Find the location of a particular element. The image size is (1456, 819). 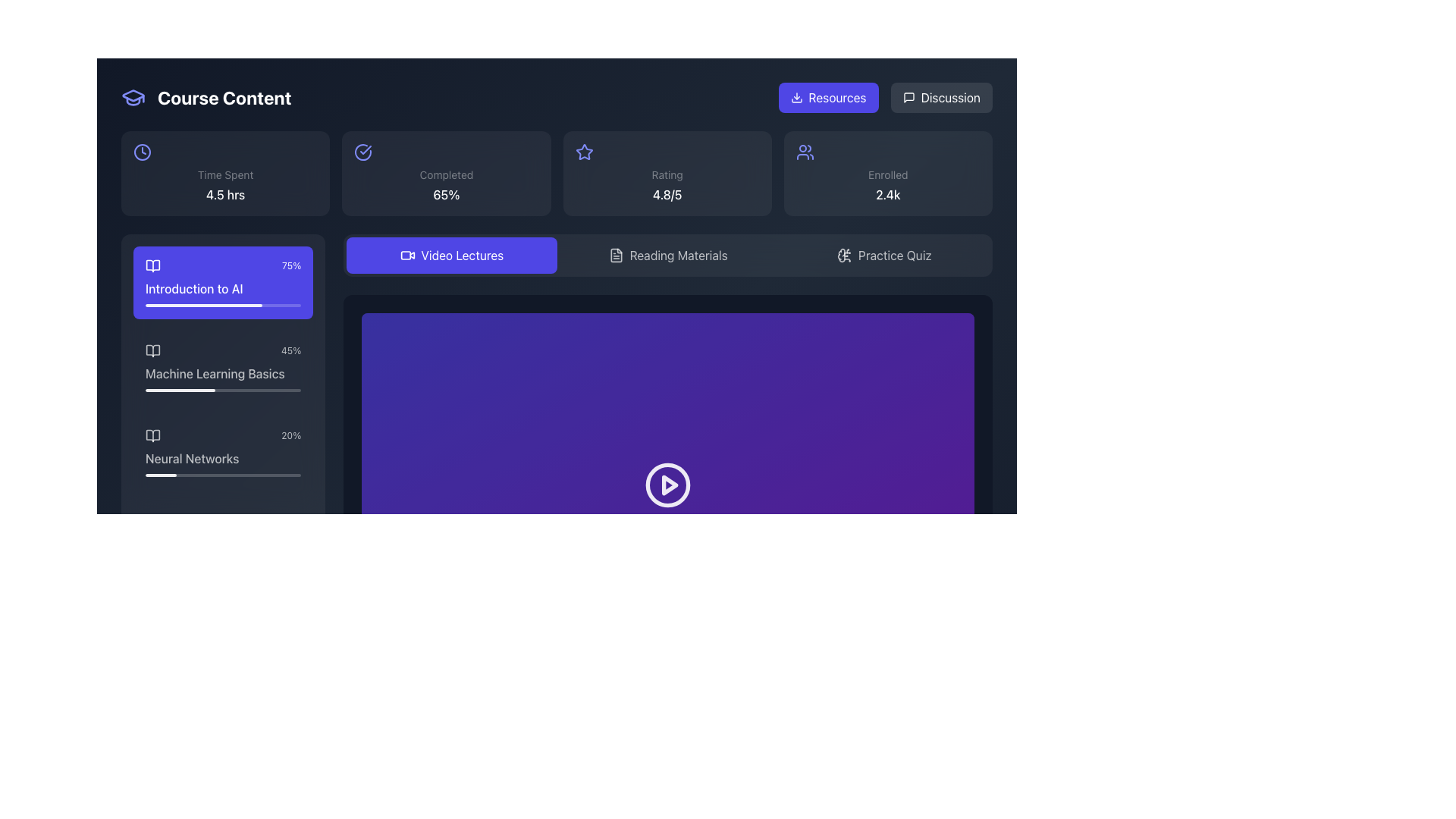

the play button located at the center of the Video Preview Section, which features a gradient purple background and the title 'Understanding AI Fundamentals' is located at coordinates (667, 485).